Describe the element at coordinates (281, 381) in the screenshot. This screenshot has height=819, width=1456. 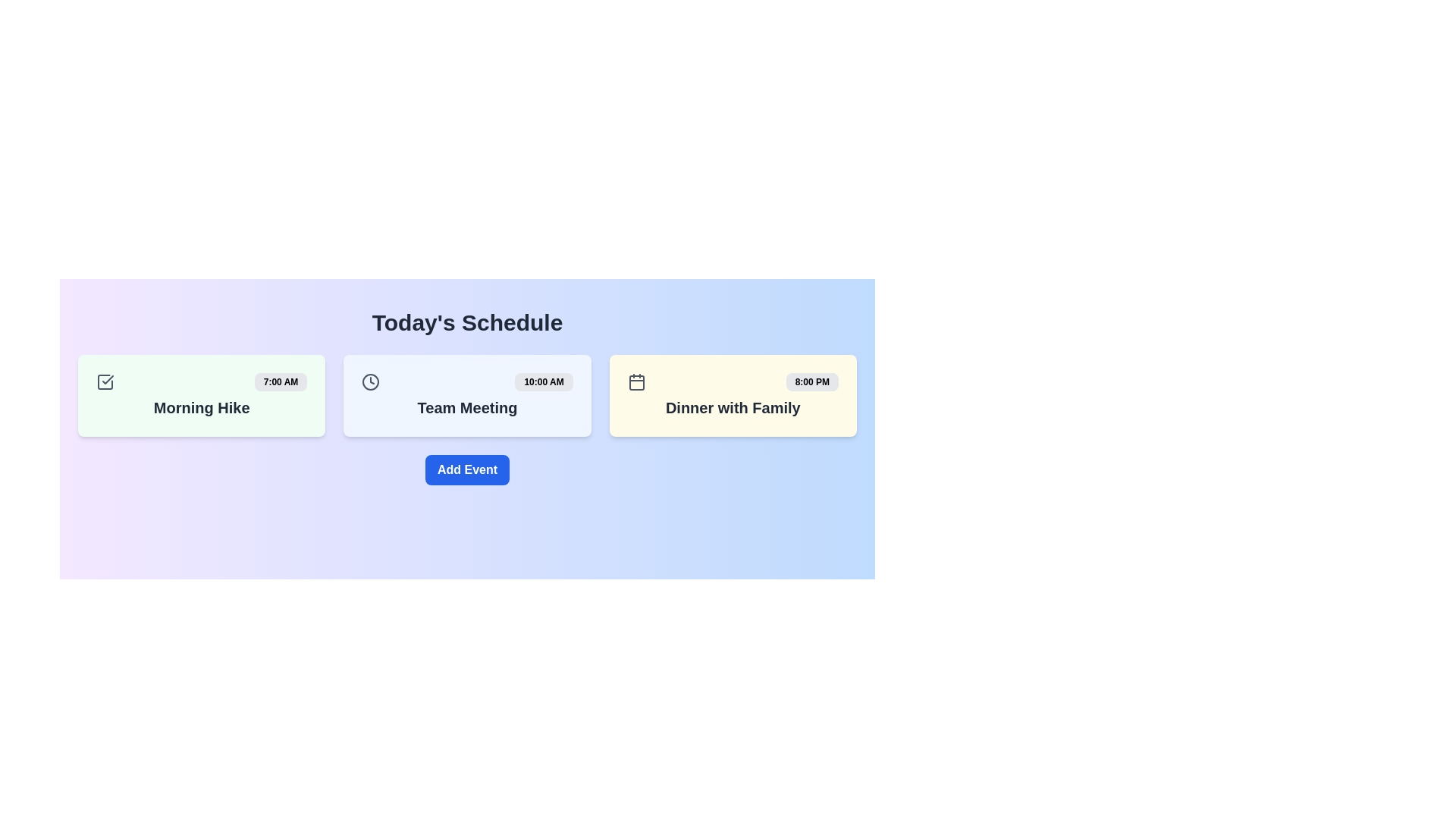
I see `the text label displaying '7:00 AM' located in the top-right corner of the 'Morning Hike' card` at that location.